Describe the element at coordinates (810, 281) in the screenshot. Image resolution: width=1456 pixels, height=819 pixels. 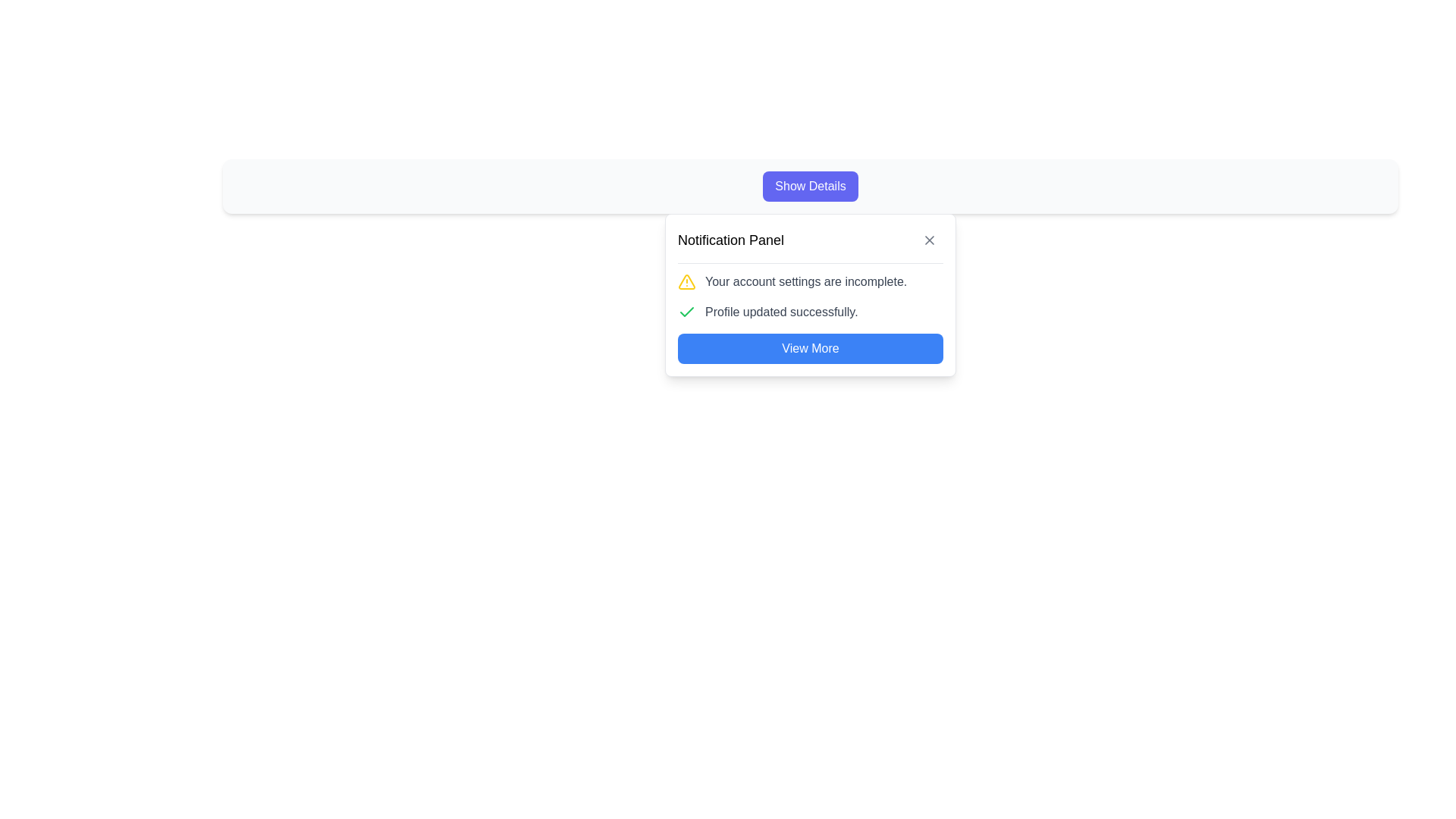
I see `the notification message indicating incomplete account settings at the top of the notification panel` at that location.